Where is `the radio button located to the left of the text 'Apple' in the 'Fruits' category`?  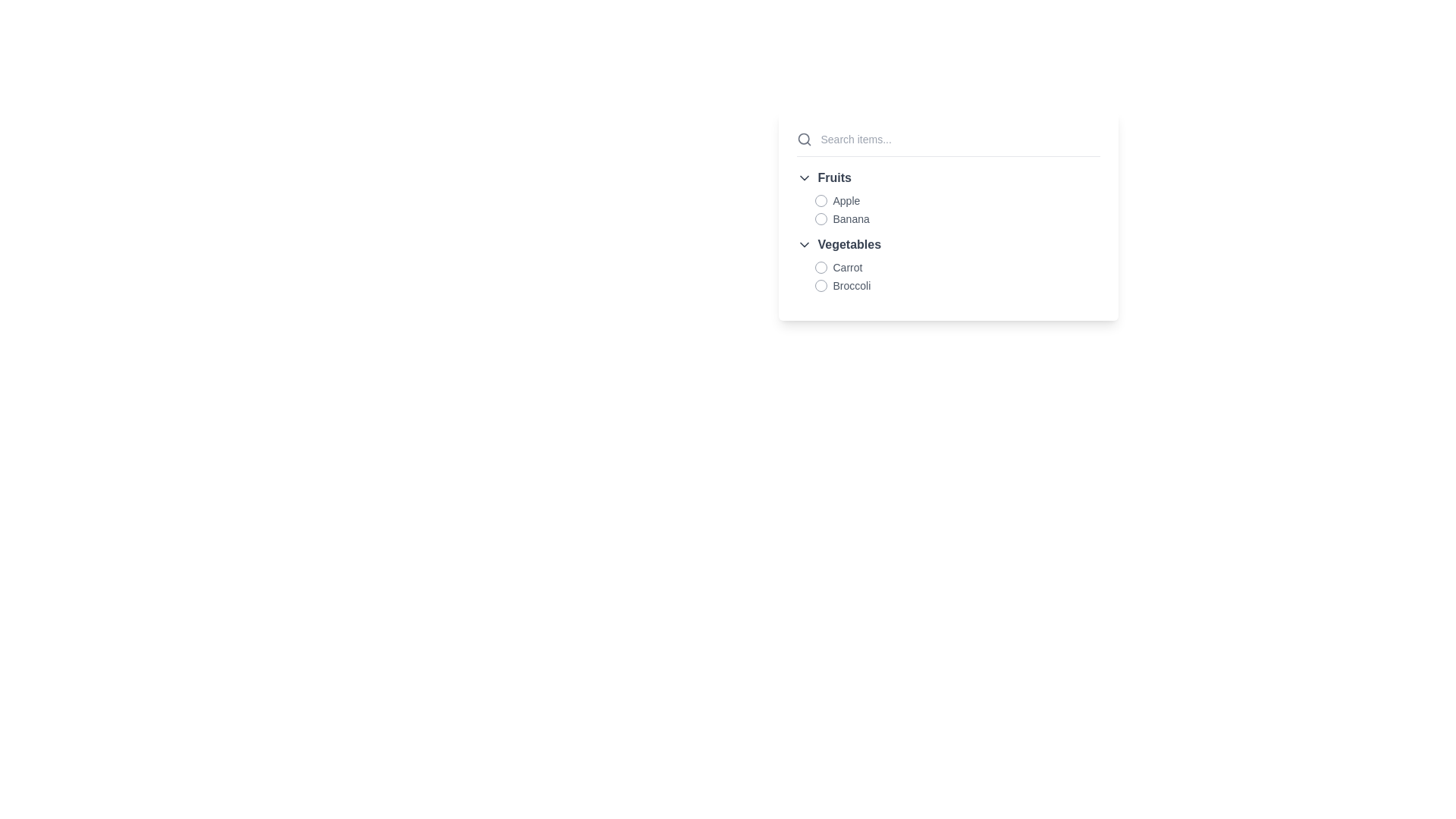
the radio button located to the left of the text 'Apple' in the 'Fruits' category is located at coordinates (820, 200).